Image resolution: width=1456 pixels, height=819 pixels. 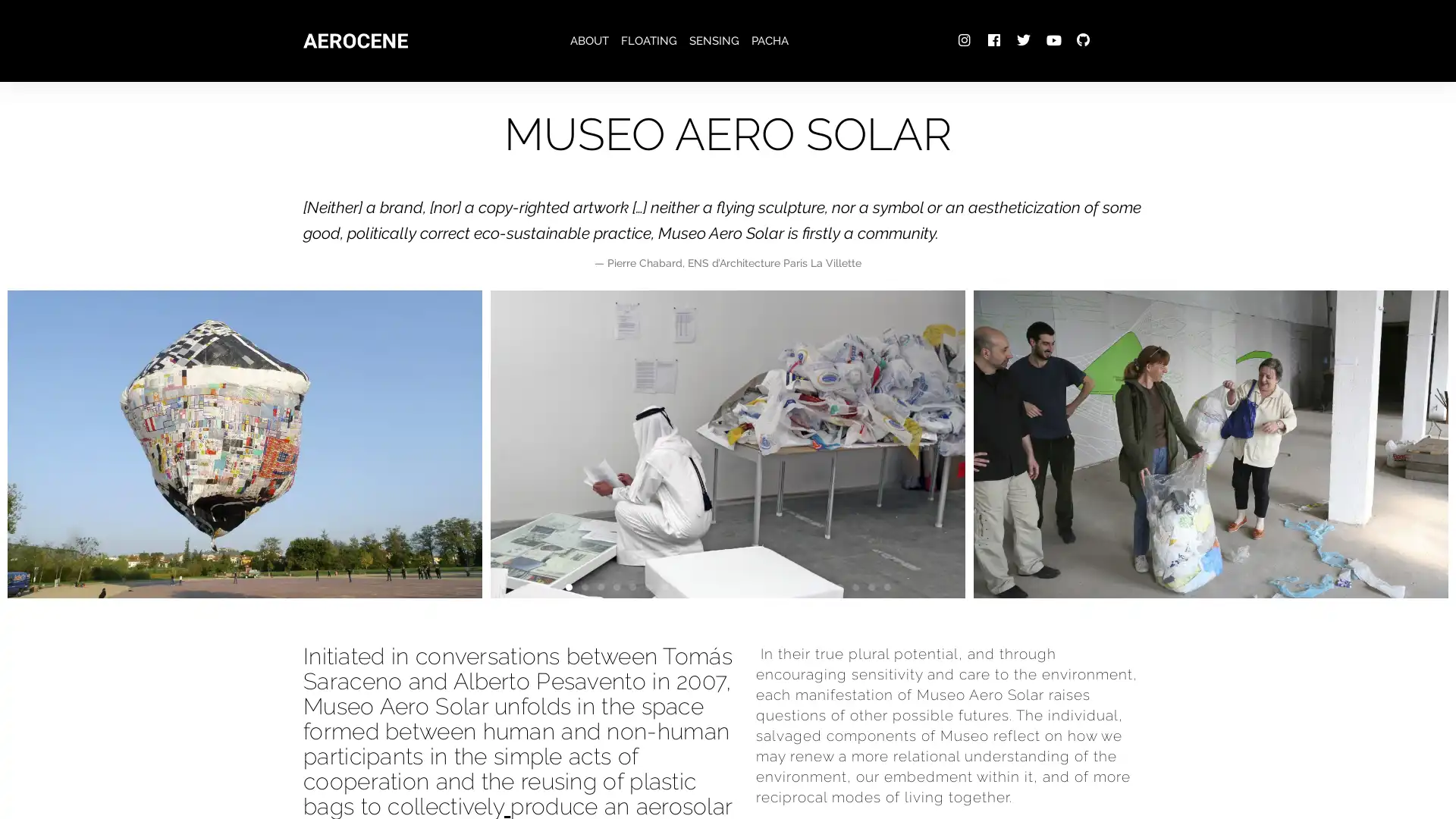 What do you see at coordinates (743, 586) in the screenshot?
I see `Go to slide 12` at bounding box center [743, 586].